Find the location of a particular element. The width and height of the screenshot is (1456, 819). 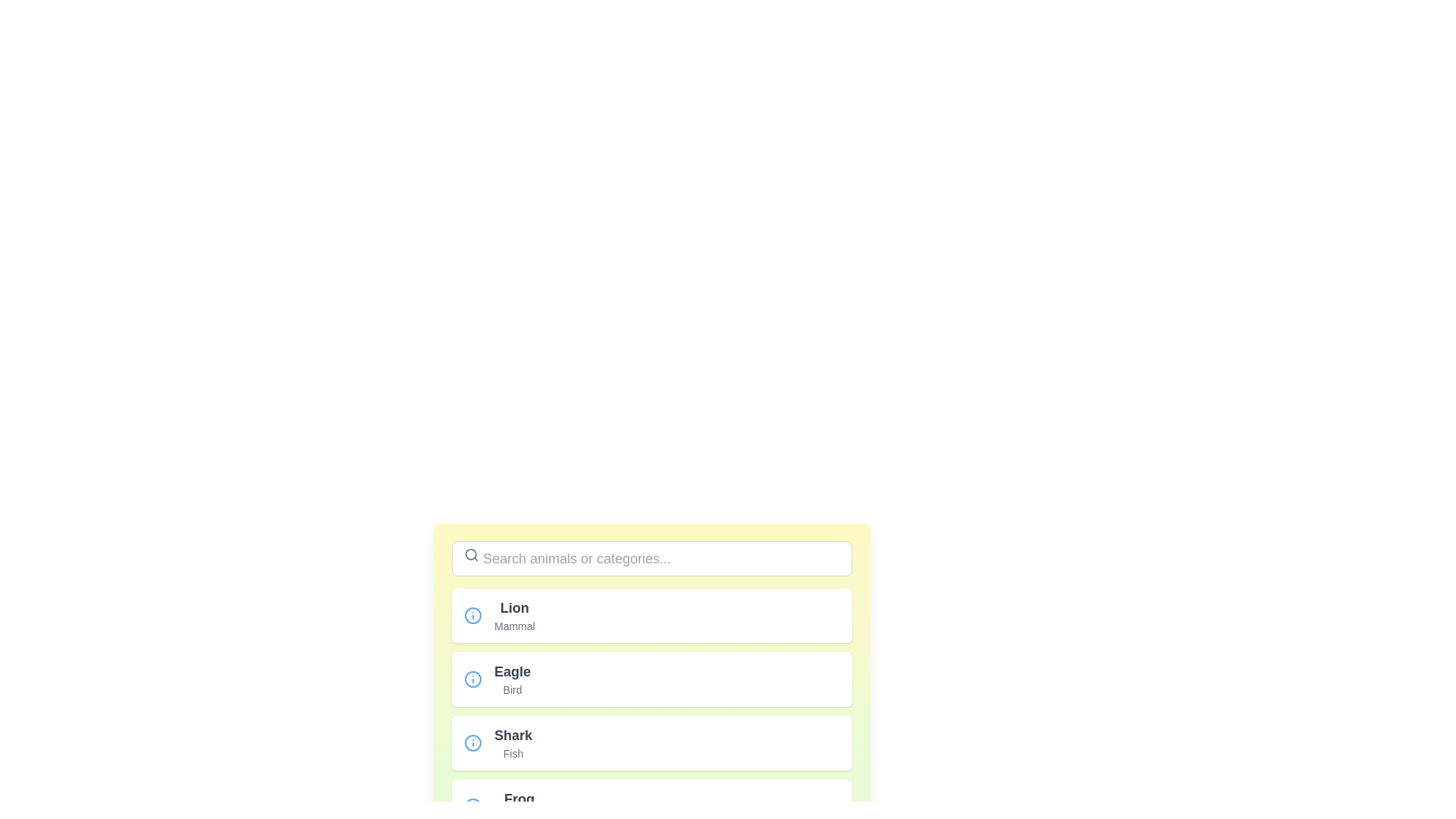

text label 'Shark' which is a large, bold, dark gray heading positioned above the subheader 'Fish' in a categorized list is located at coordinates (513, 734).